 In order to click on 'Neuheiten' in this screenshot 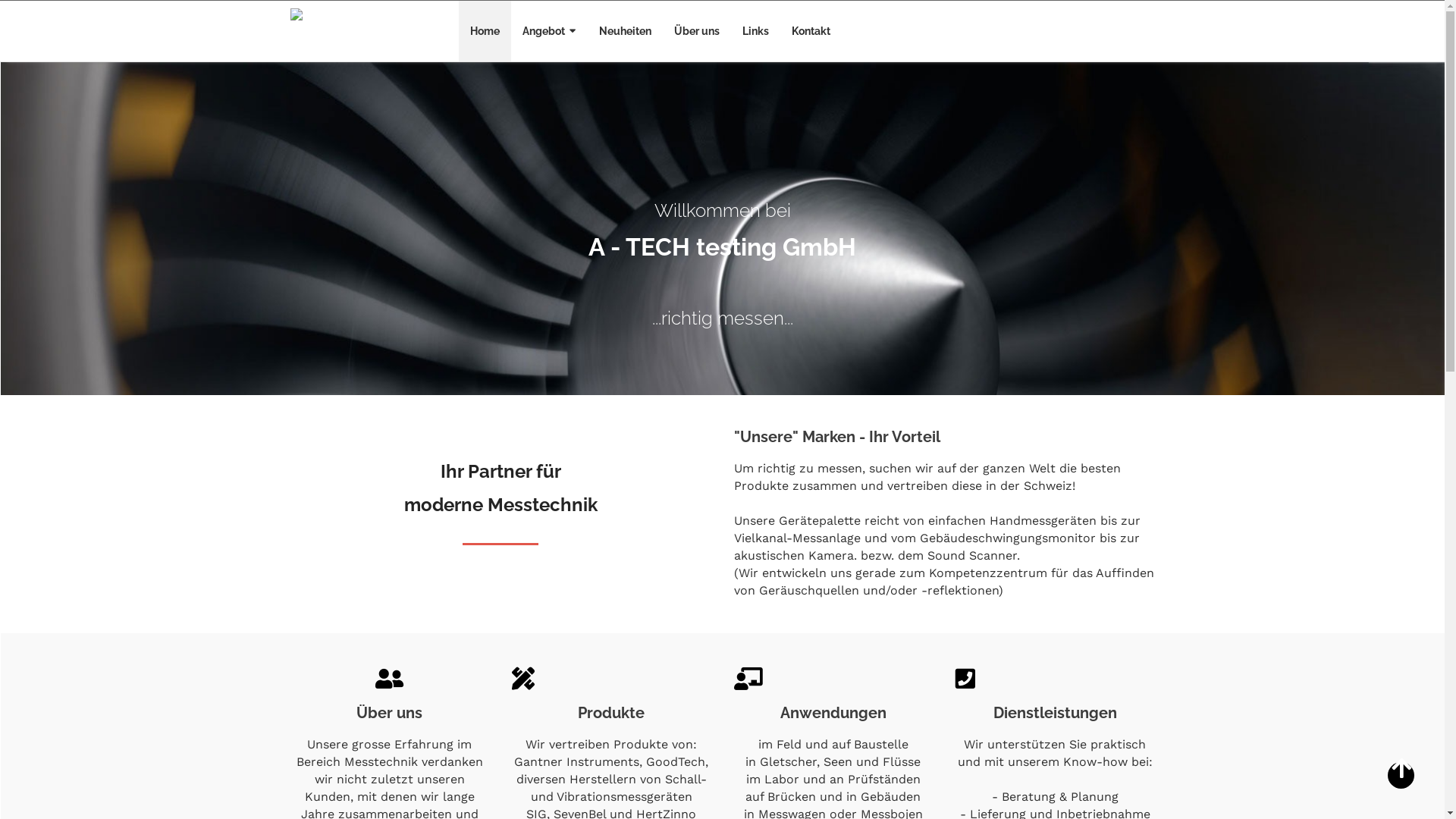, I will do `click(586, 31)`.